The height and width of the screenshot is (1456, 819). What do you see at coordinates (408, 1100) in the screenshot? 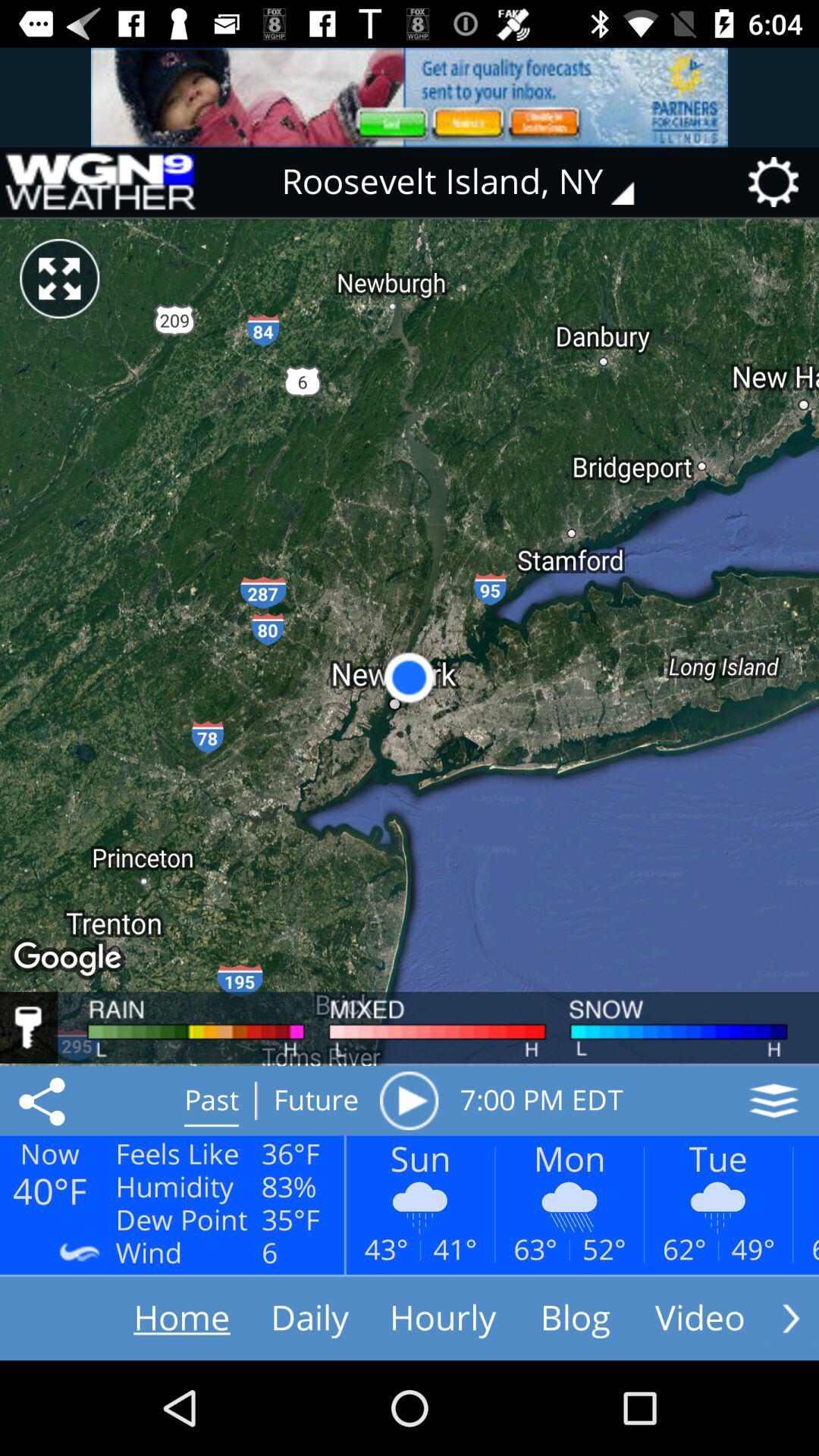
I see `the item to the left of 7 00 pm icon` at bounding box center [408, 1100].